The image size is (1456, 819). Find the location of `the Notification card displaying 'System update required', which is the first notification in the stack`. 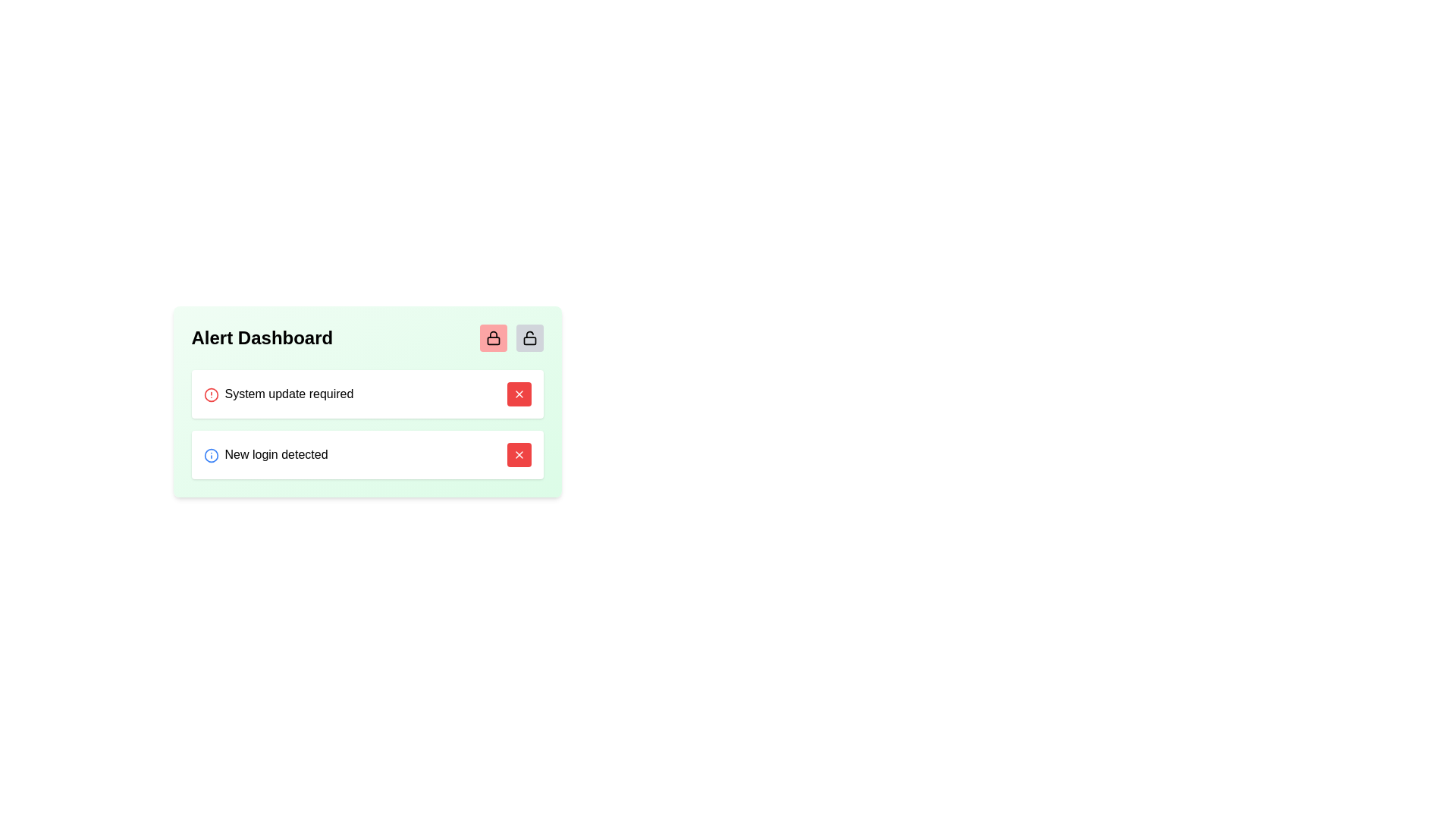

the Notification card displaying 'System update required', which is the first notification in the stack is located at coordinates (367, 394).